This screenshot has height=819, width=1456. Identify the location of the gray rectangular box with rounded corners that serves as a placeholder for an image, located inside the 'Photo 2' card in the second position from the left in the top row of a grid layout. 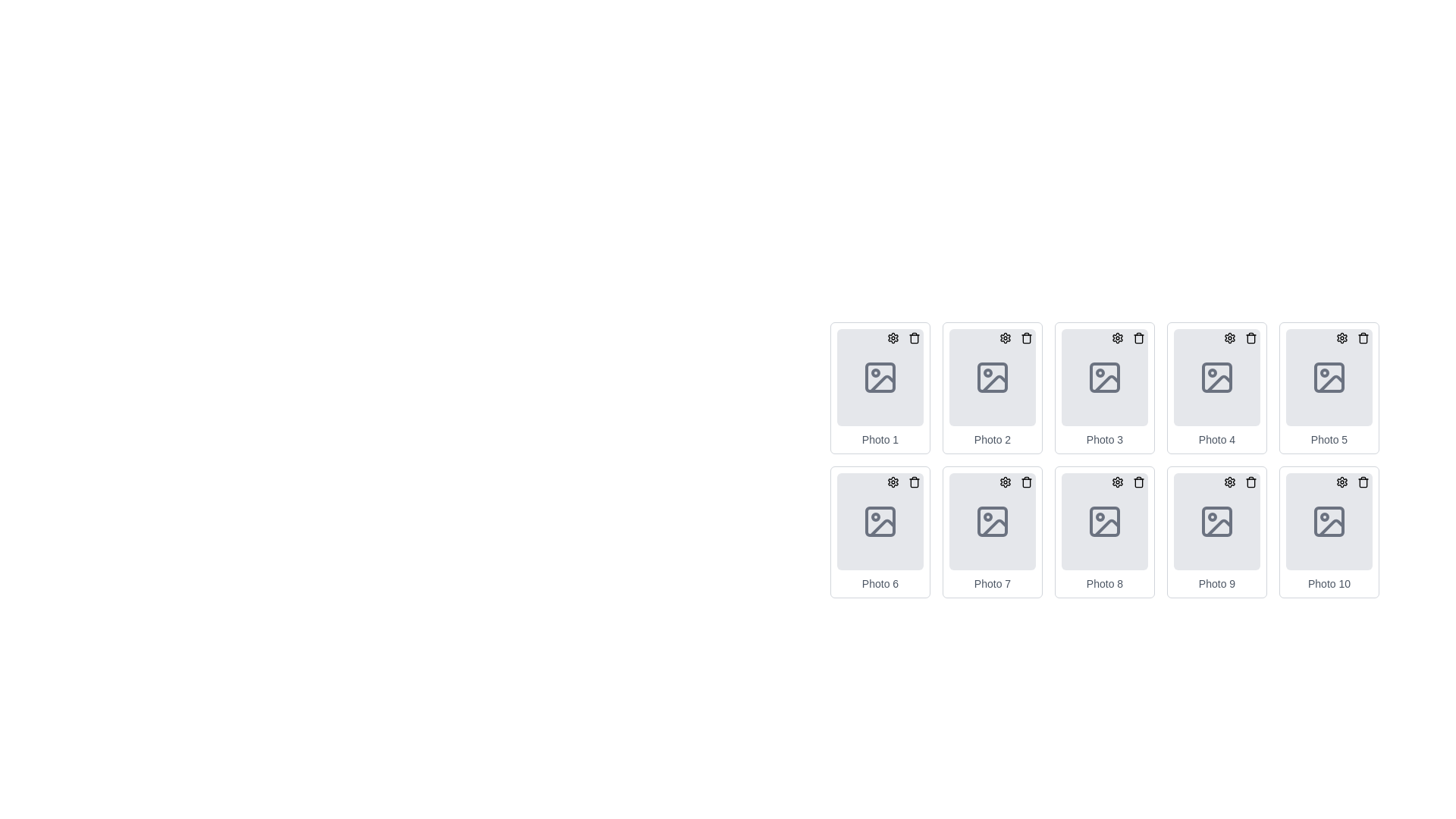
(993, 376).